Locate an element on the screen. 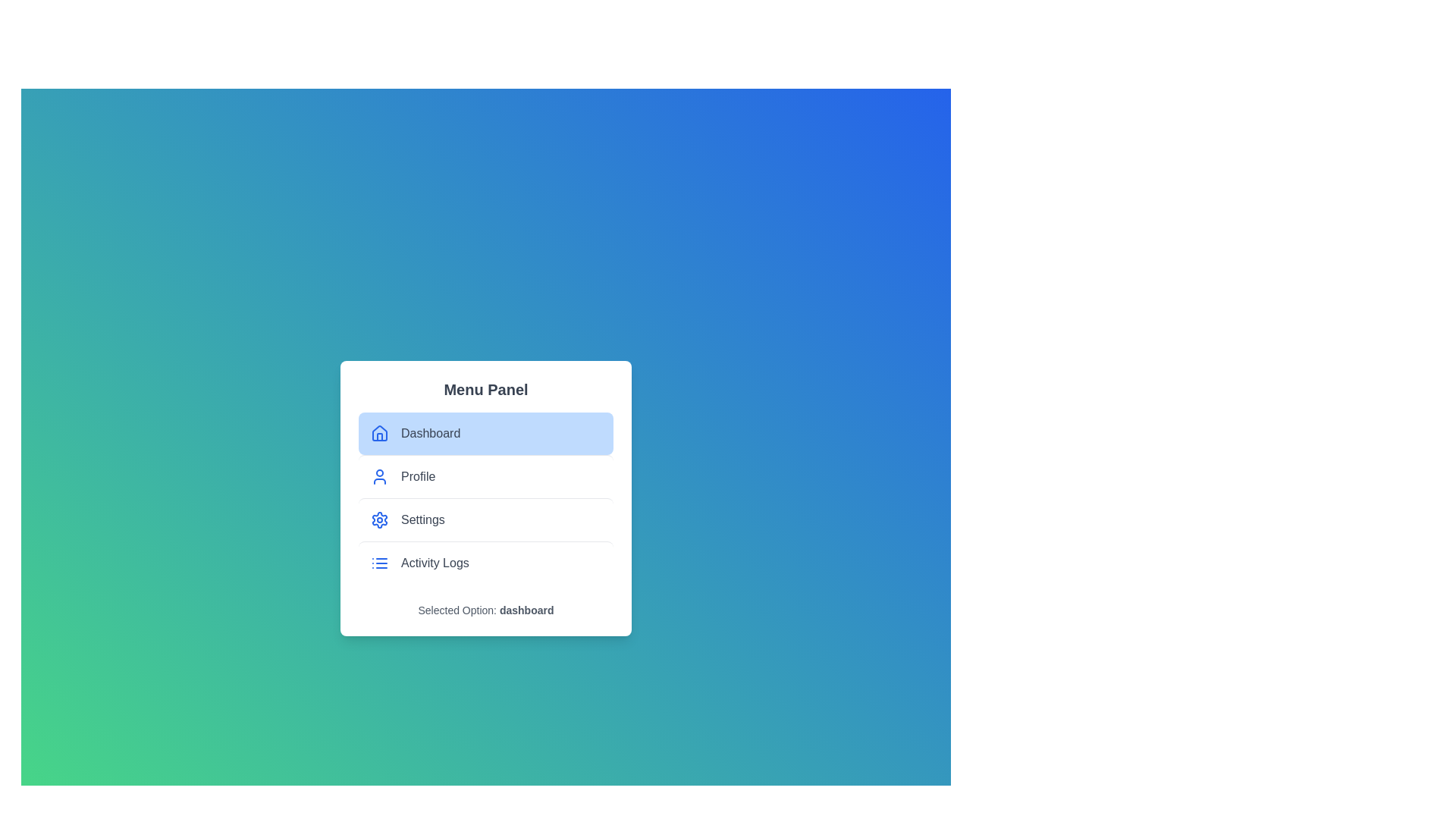  the menu item Activity Logs is located at coordinates (486, 562).